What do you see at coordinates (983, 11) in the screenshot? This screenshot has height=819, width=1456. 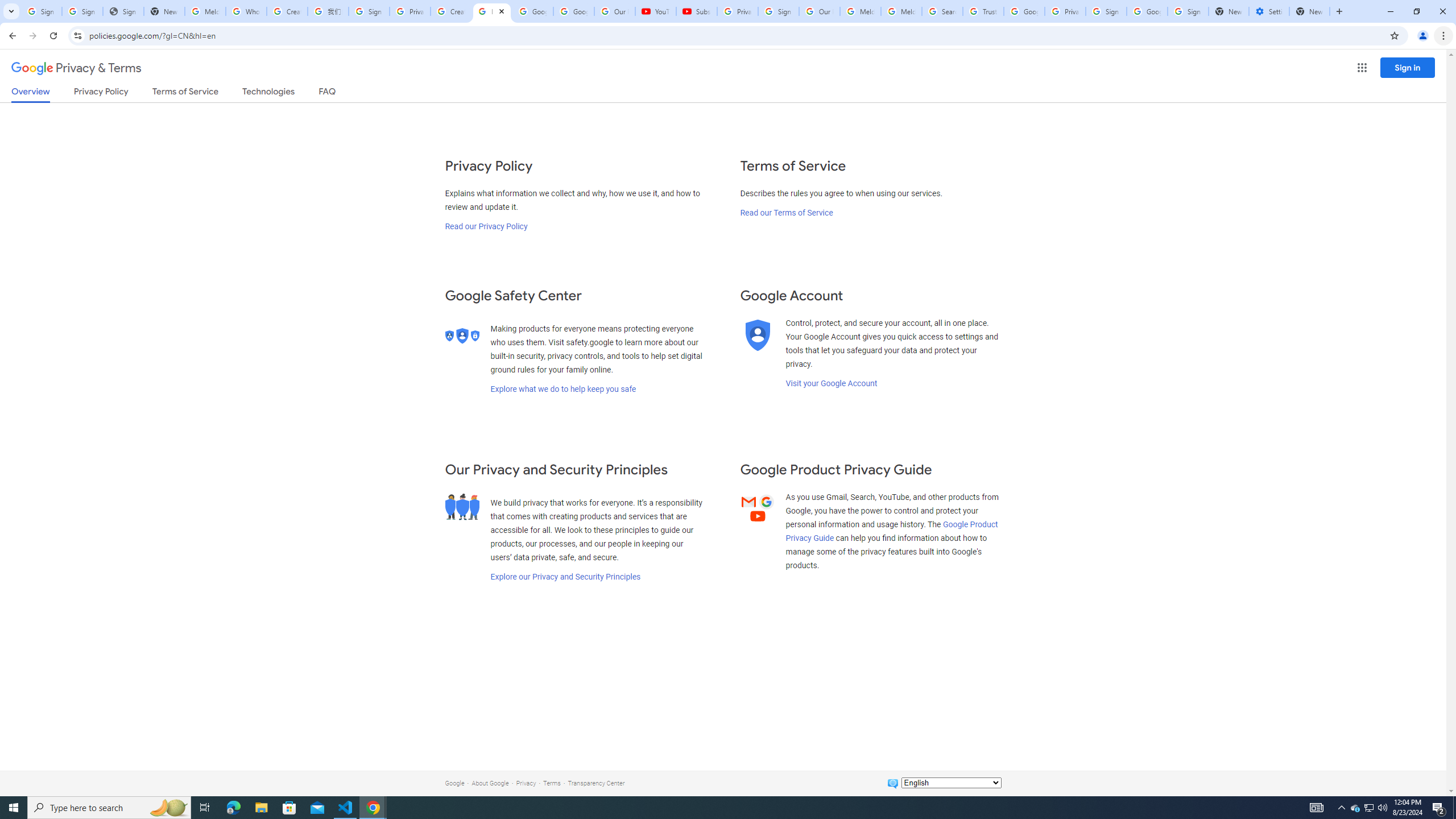 I see `'Trusted Information and Content - Google Safety Center'` at bounding box center [983, 11].